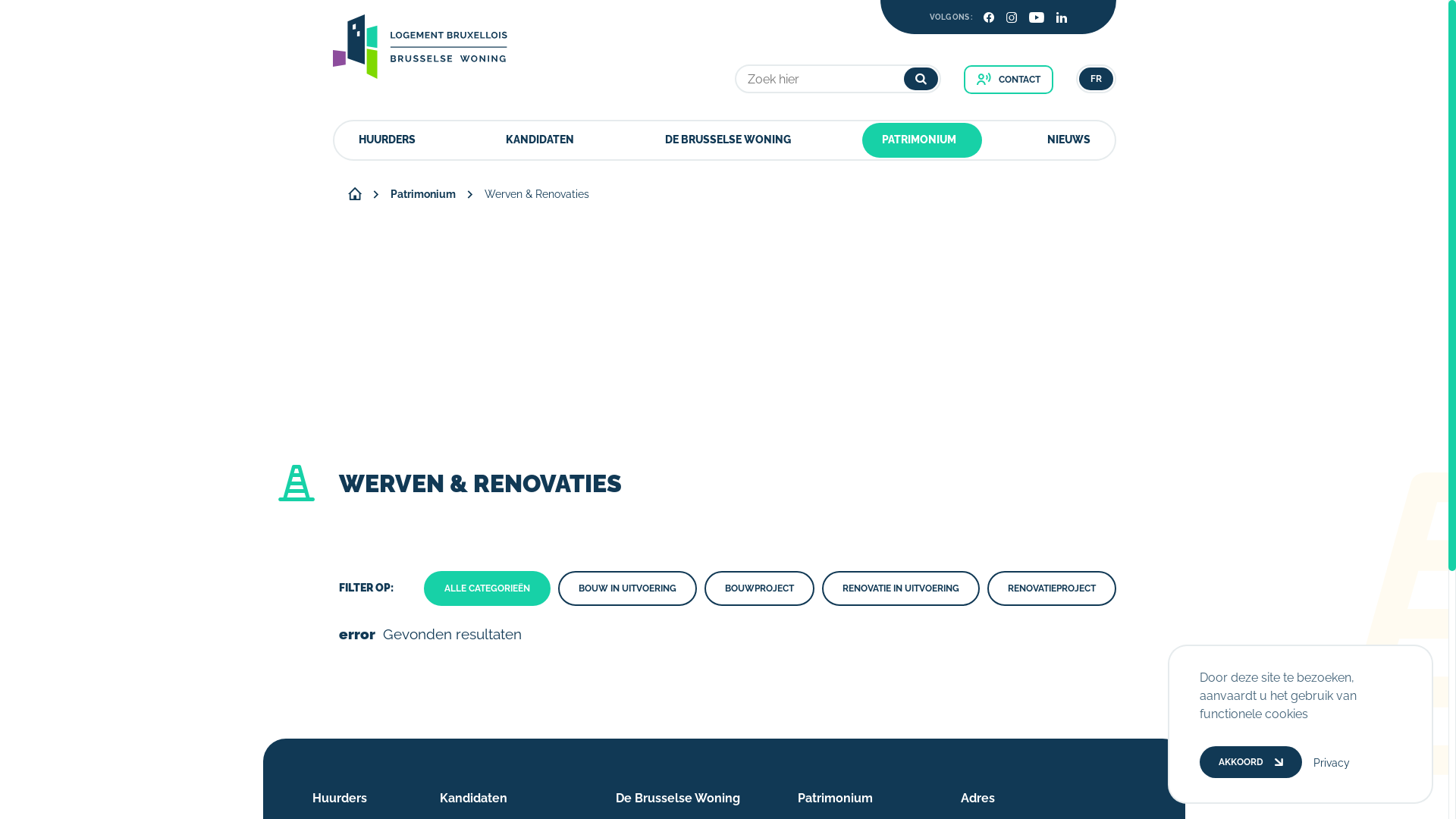  What do you see at coordinates (987, 587) in the screenshot?
I see `'RENOVATIEPROJECT'` at bounding box center [987, 587].